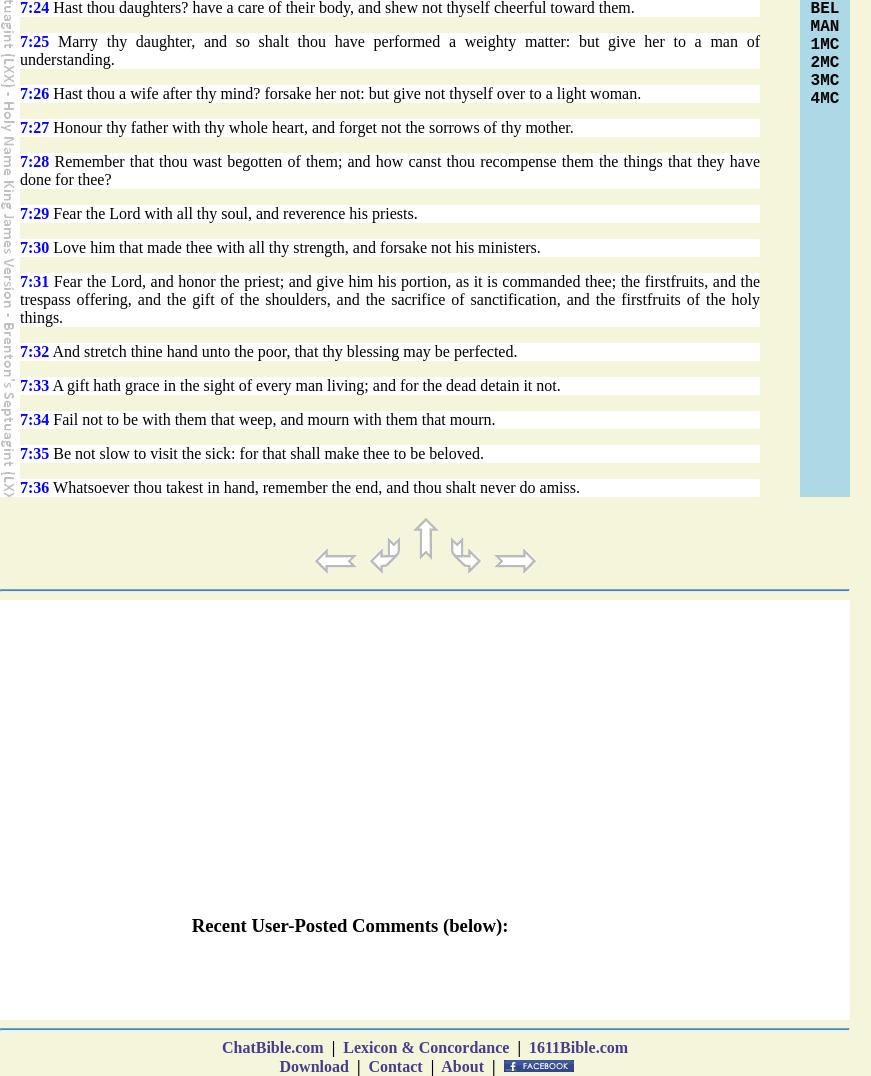 The height and width of the screenshot is (1076, 871). Describe the element at coordinates (232, 212) in the screenshot. I see `'Fear the Lord with all thy soul, and reverence his priests.'` at that location.